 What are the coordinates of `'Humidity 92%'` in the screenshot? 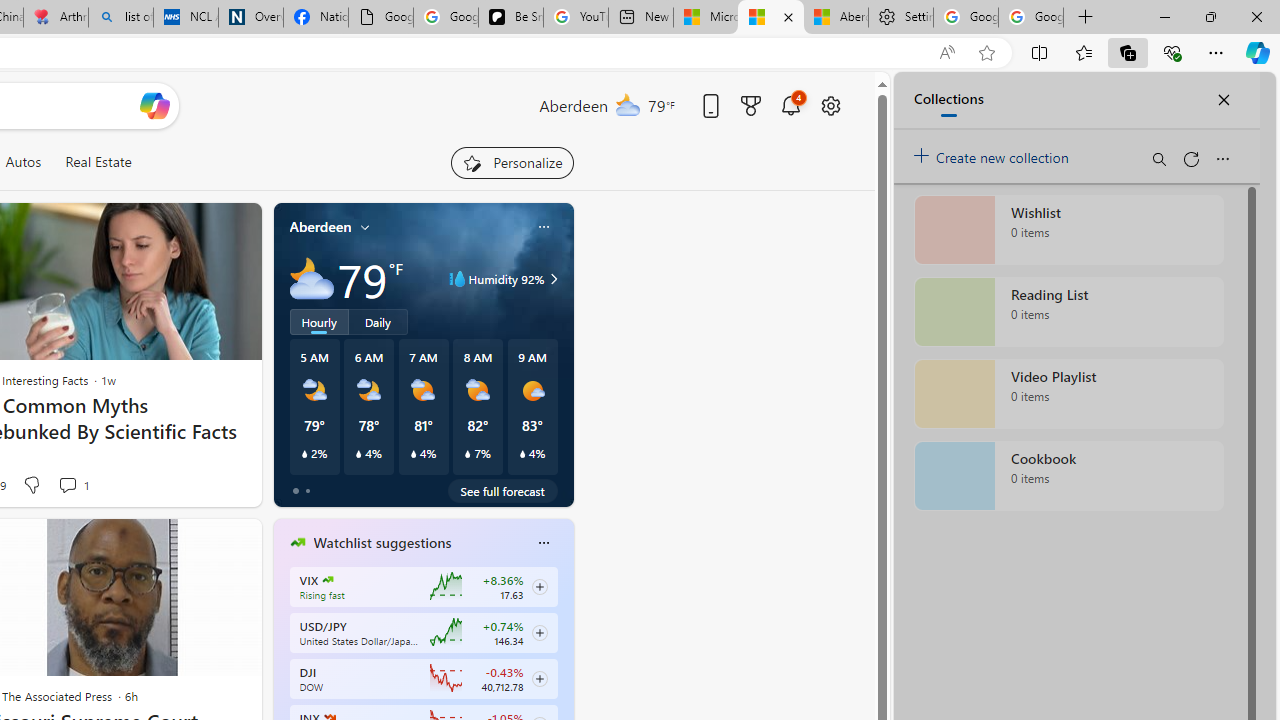 It's located at (551, 279).